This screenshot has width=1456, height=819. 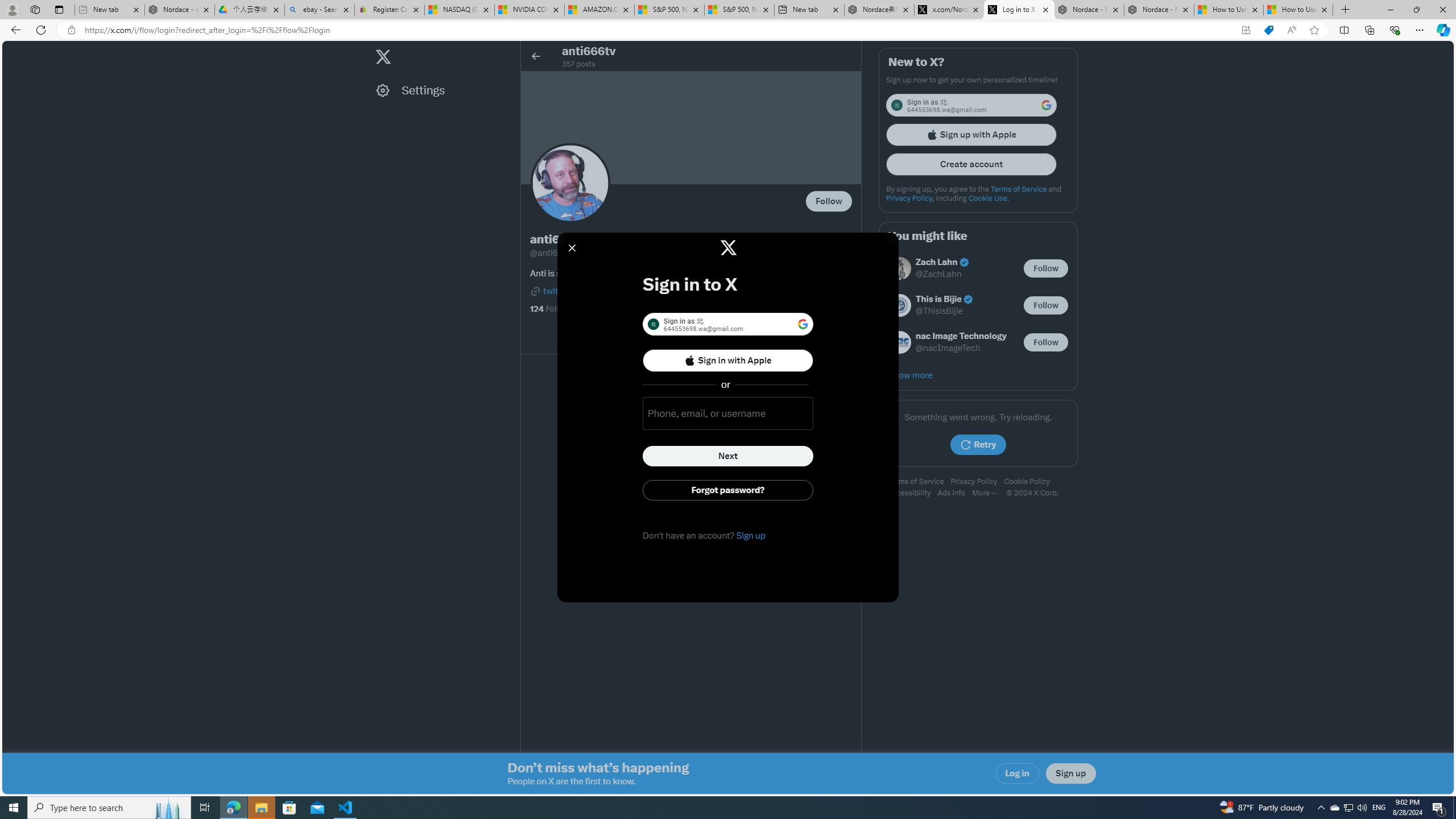 I want to click on 'Register: Create a personal eBay account', so click(x=389, y=9).